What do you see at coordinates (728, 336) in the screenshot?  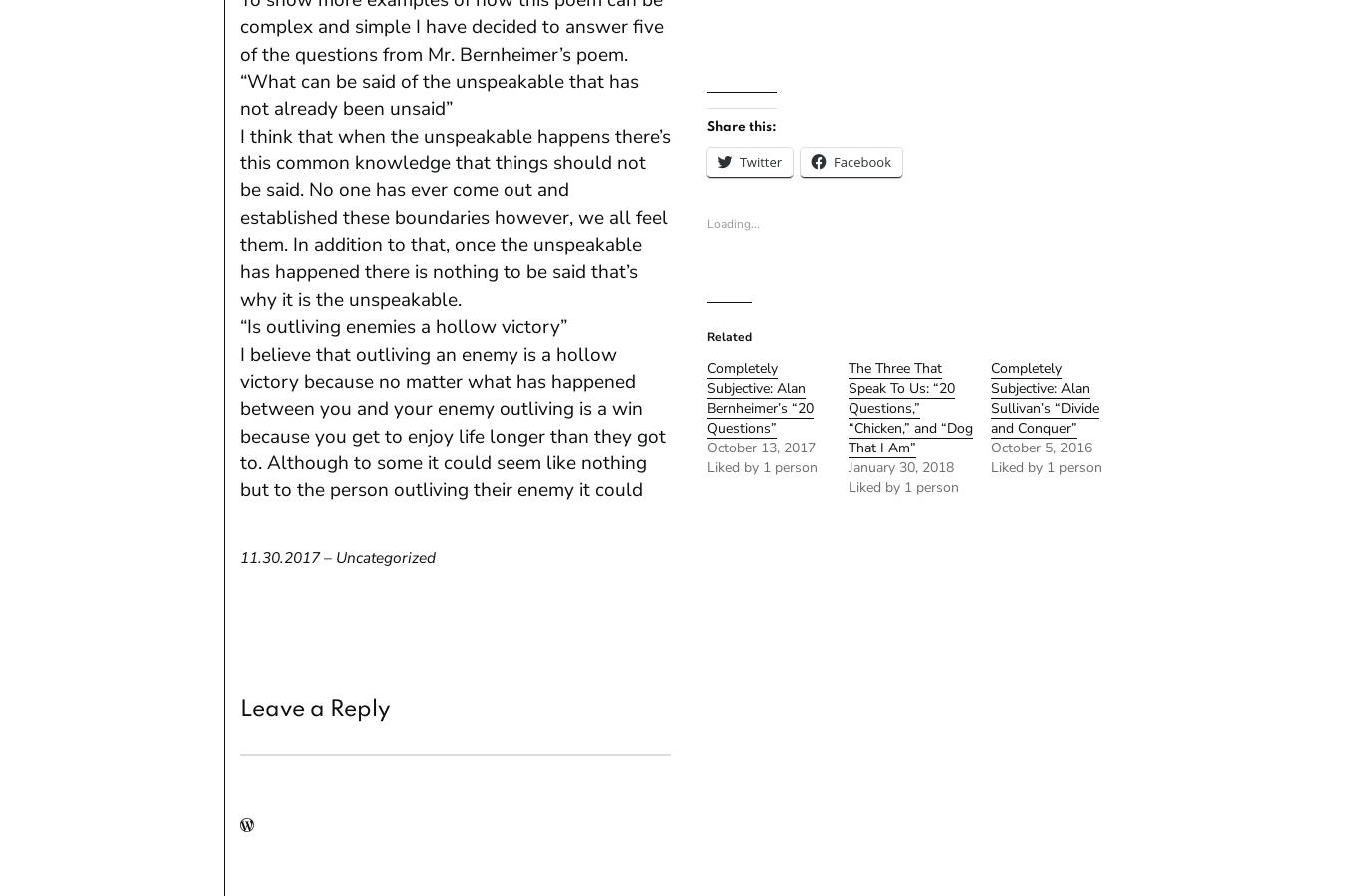 I see `'Related'` at bounding box center [728, 336].